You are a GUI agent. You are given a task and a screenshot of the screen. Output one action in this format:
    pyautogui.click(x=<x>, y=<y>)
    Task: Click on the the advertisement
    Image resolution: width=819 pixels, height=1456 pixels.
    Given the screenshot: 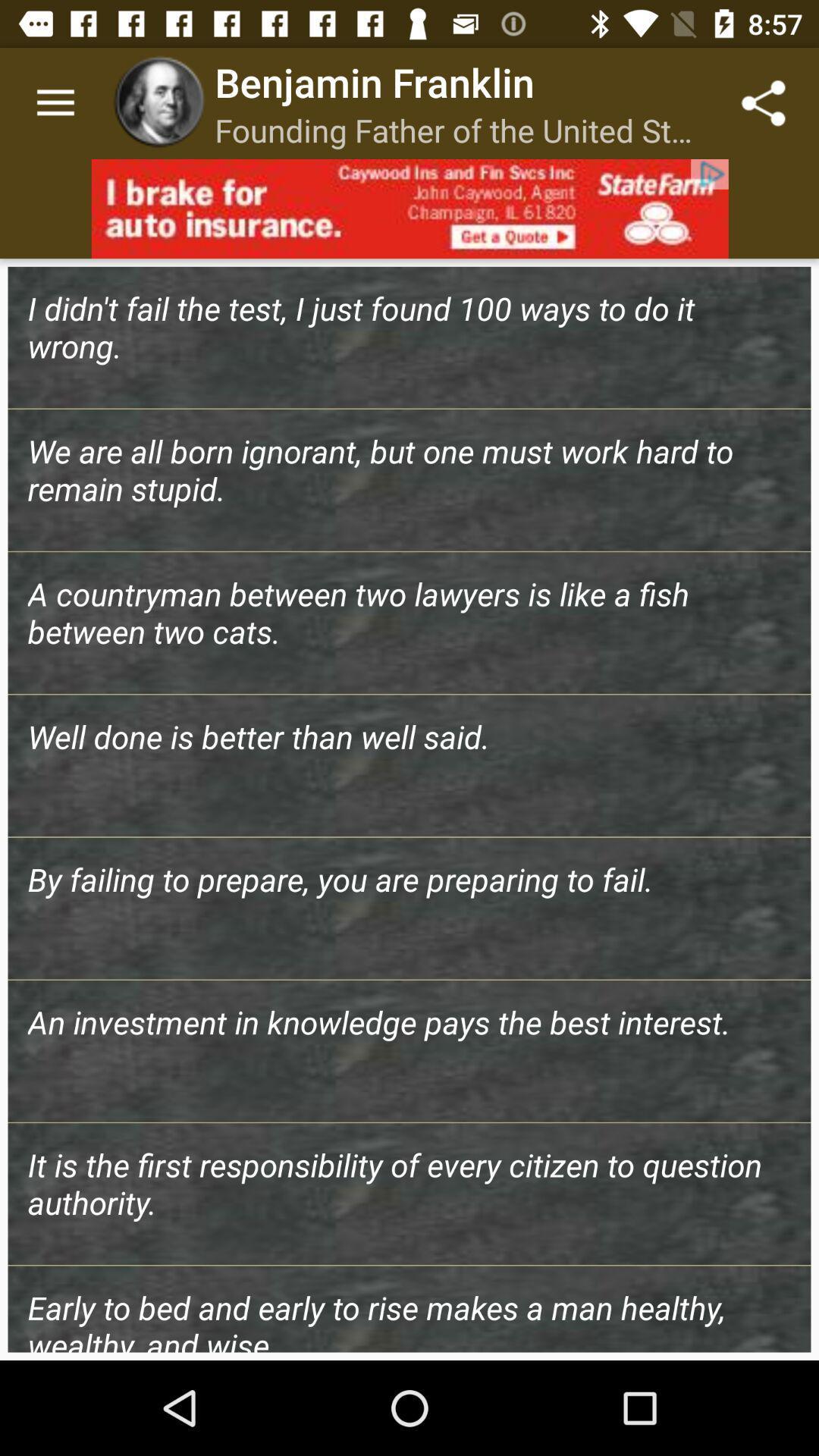 What is the action you would take?
    pyautogui.click(x=409, y=208)
    